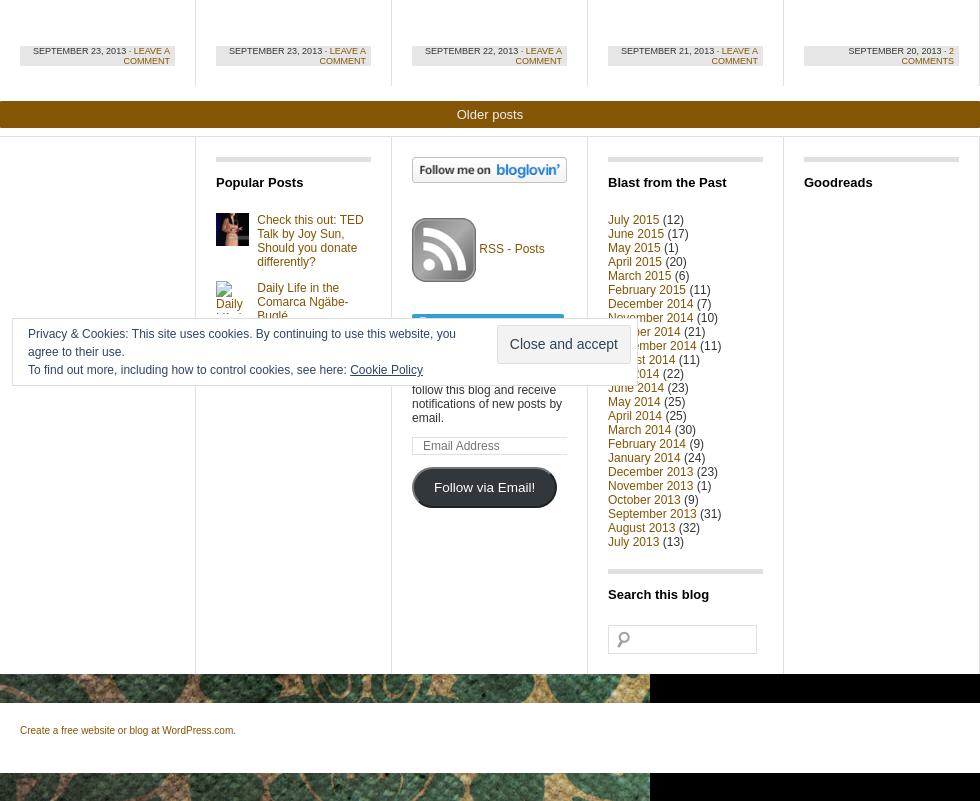 The image size is (980, 801). I want to click on 'Older posts', so click(489, 113).